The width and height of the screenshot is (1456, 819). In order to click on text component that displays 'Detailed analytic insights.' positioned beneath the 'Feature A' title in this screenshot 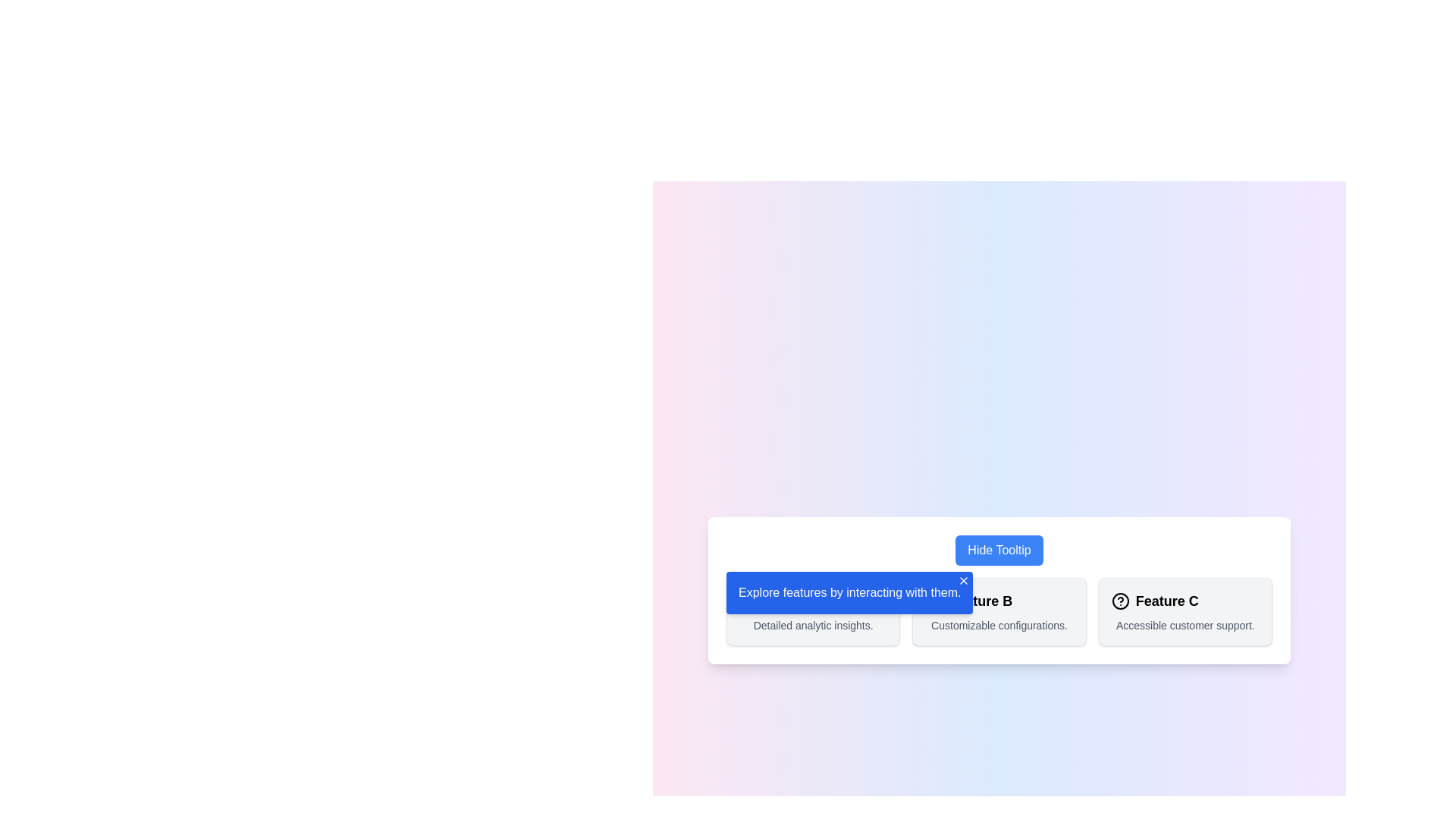, I will do `click(812, 626)`.